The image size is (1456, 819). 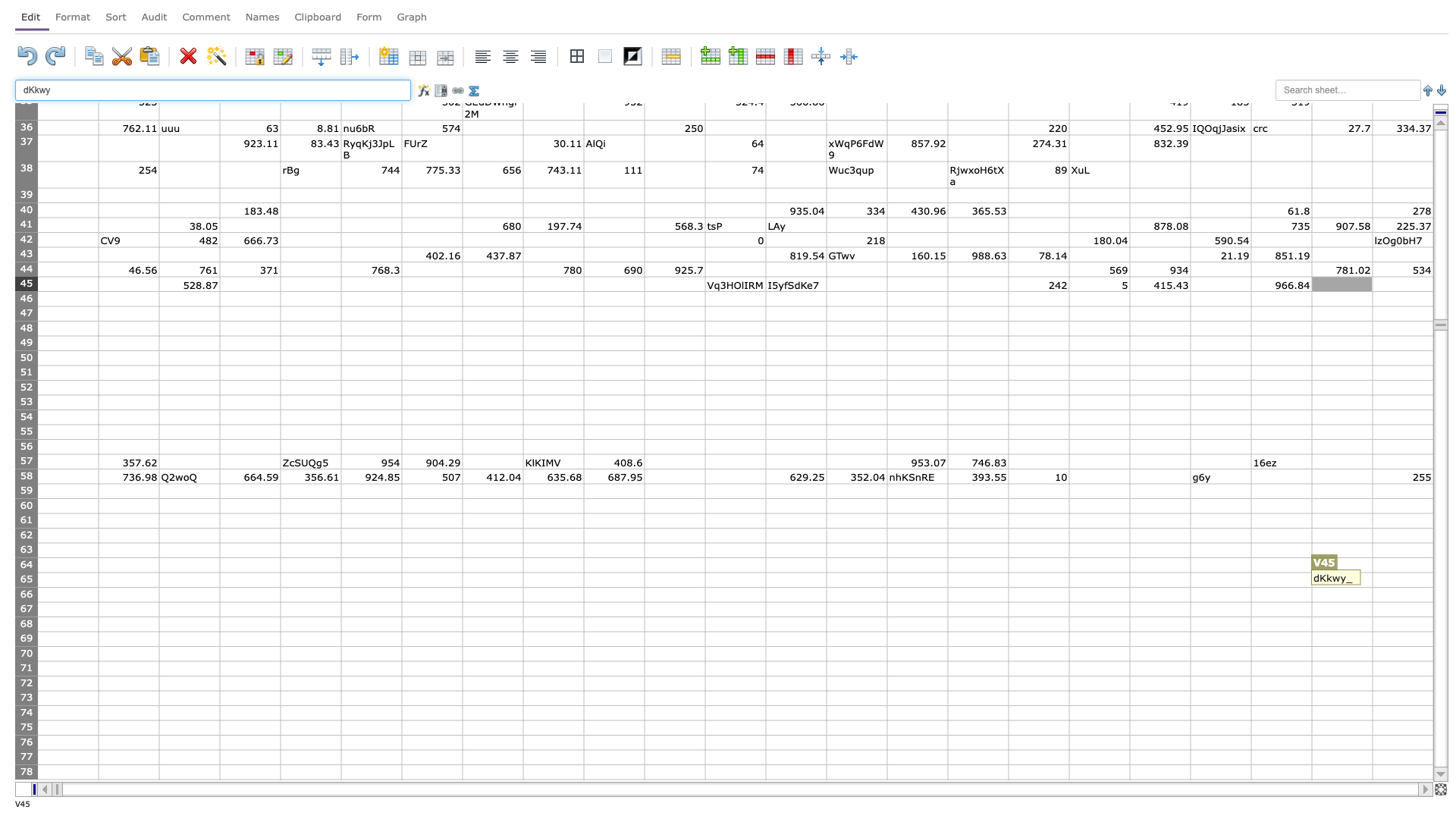 I want to click on Fill point of cell C66, so click(x=218, y=601).